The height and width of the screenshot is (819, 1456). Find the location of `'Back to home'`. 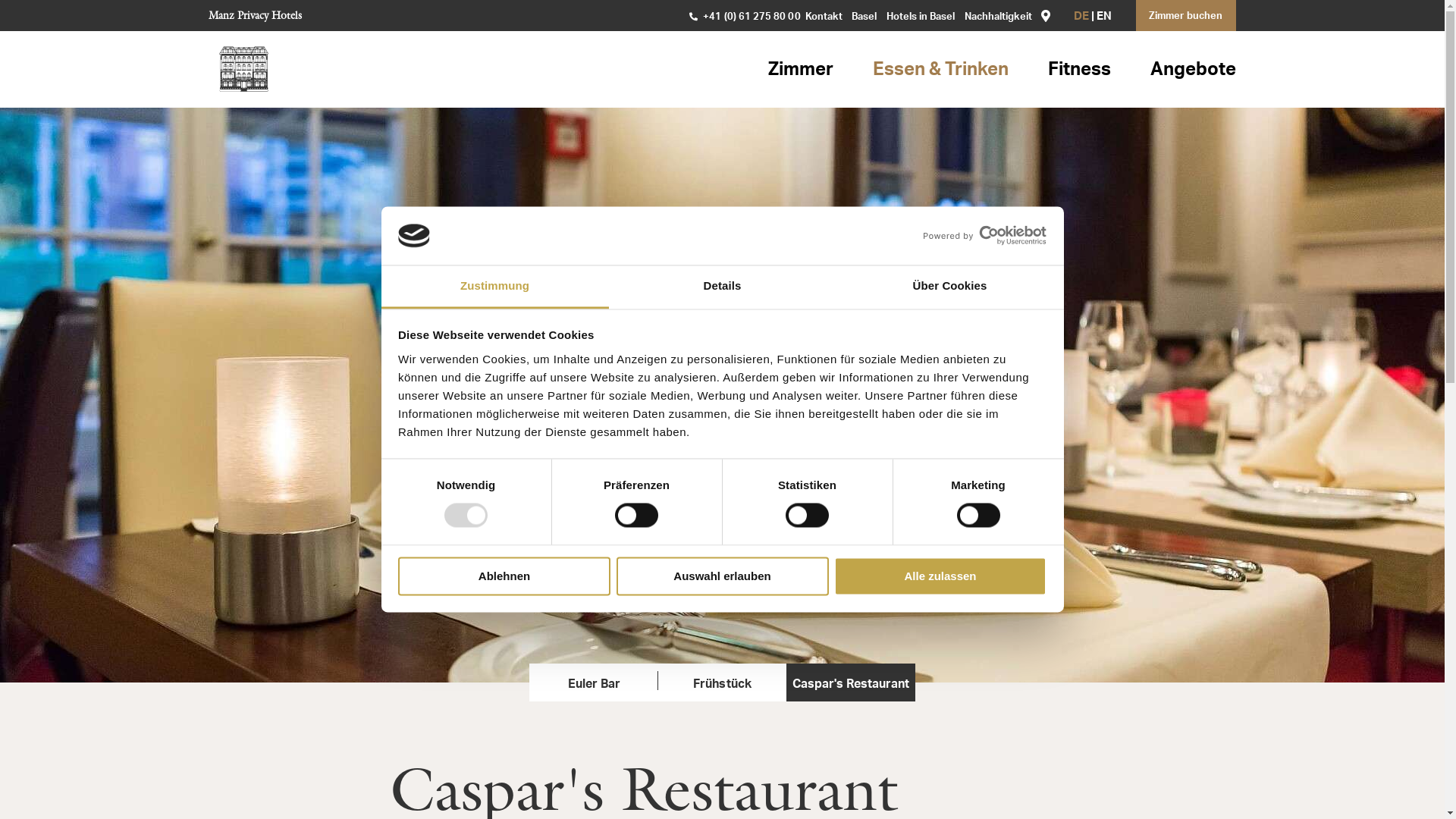

'Back to home' is located at coordinates (243, 69).